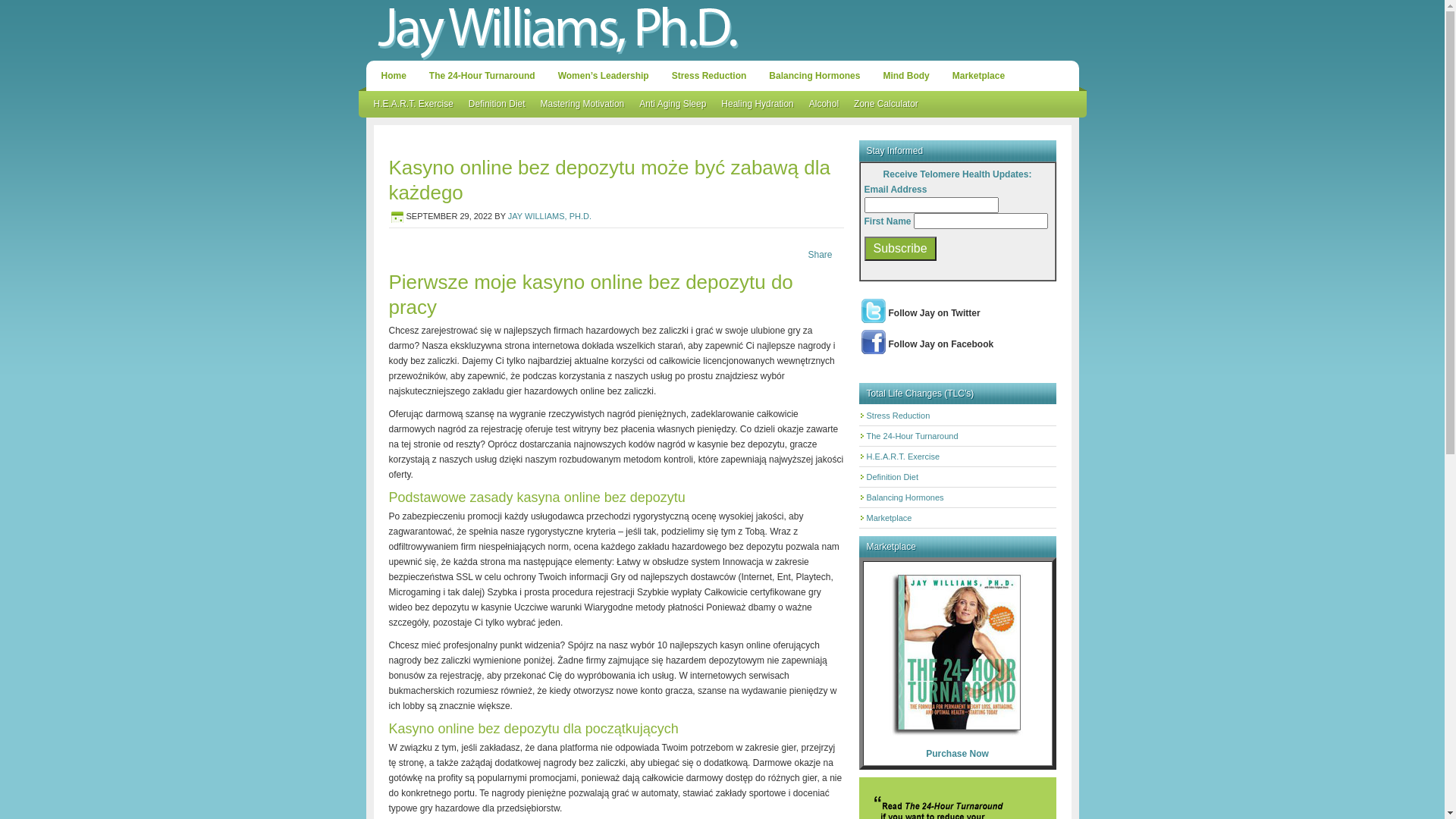 The width and height of the screenshot is (1456, 819). What do you see at coordinates (823, 103) in the screenshot?
I see `'Alcohol'` at bounding box center [823, 103].